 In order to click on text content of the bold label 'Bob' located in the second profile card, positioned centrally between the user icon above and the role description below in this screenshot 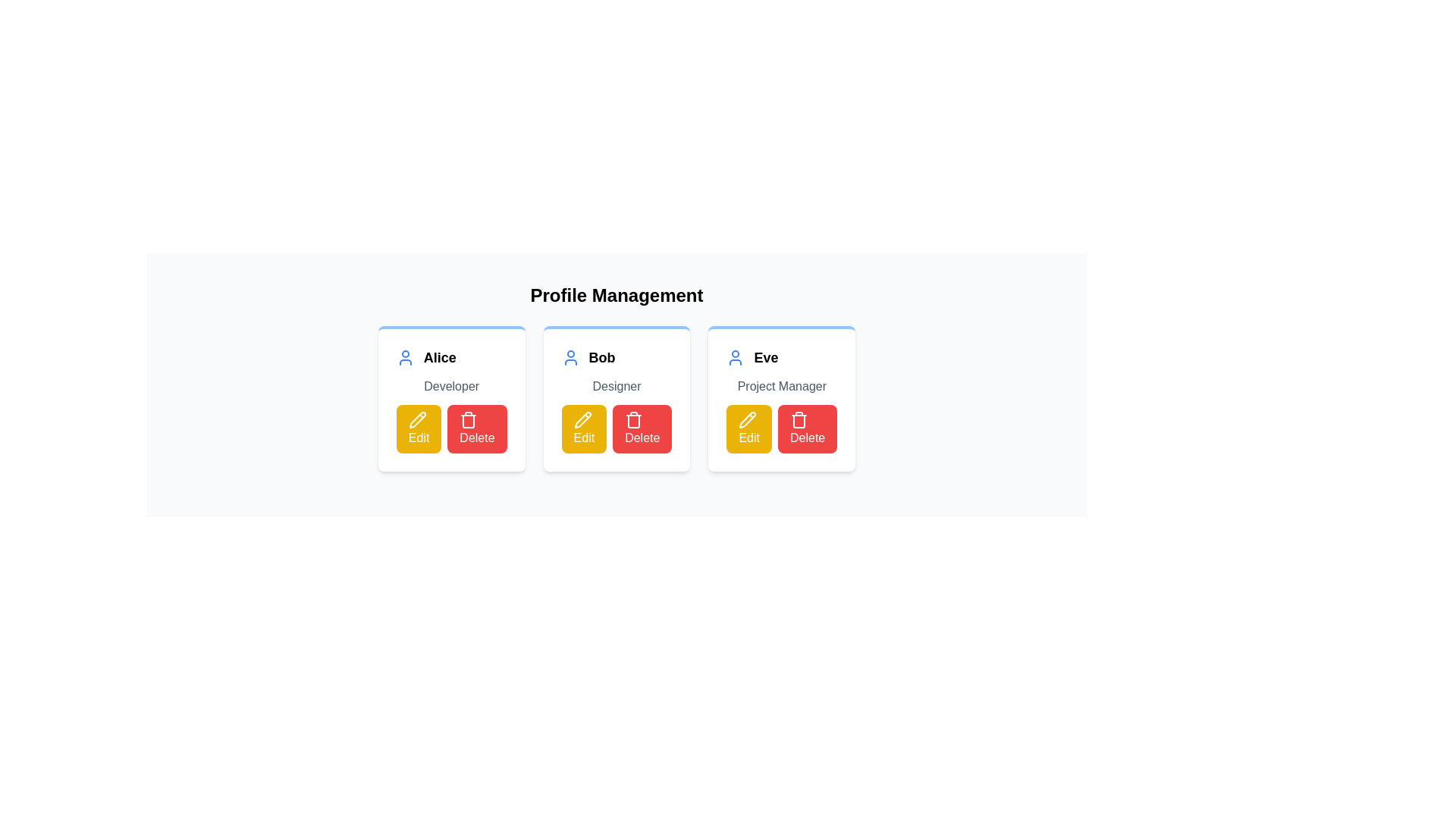, I will do `click(601, 357)`.